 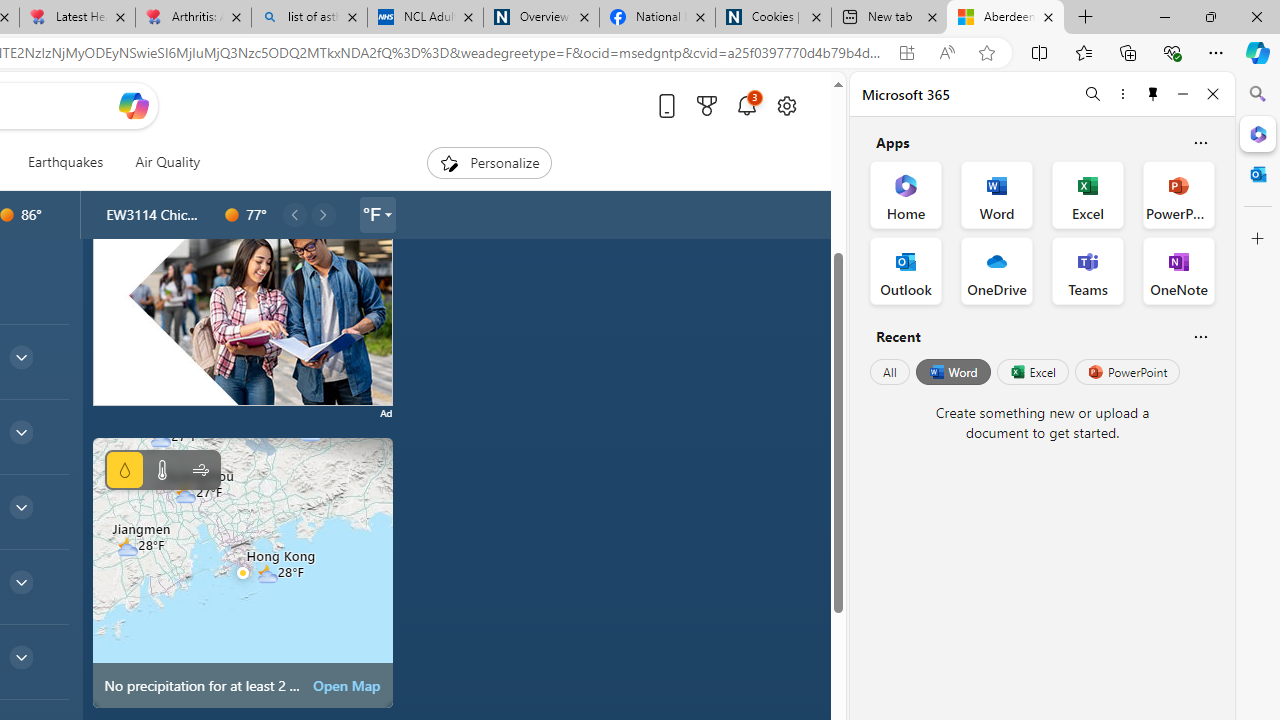 What do you see at coordinates (1032, 372) in the screenshot?
I see `'Excel'` at bounding box center [1032, 372].